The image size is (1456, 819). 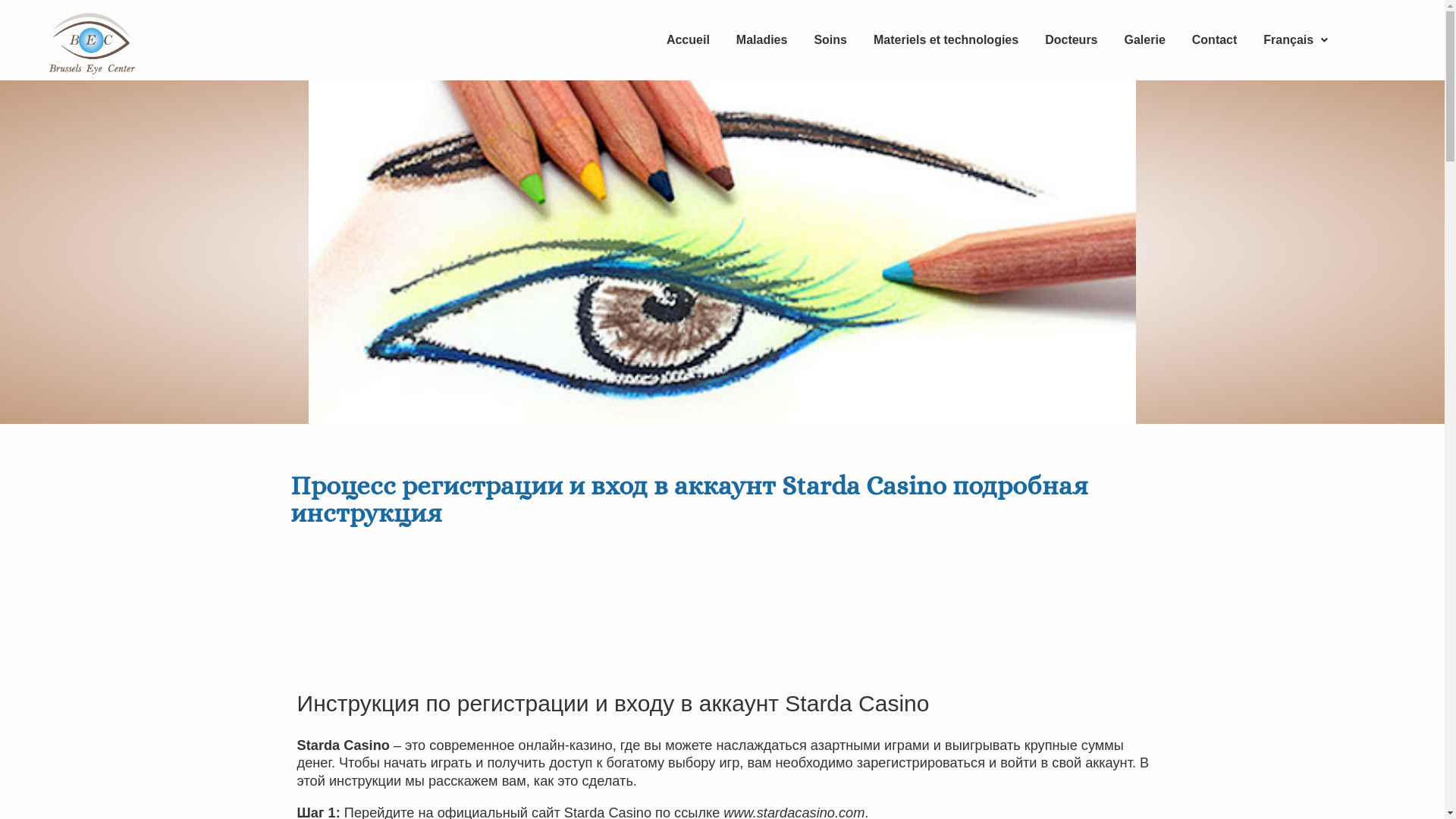 What do you see at coordinates (1070, 39) in the screenshot?
I see `'Docteurs'` at bounding box center [1070, 39].